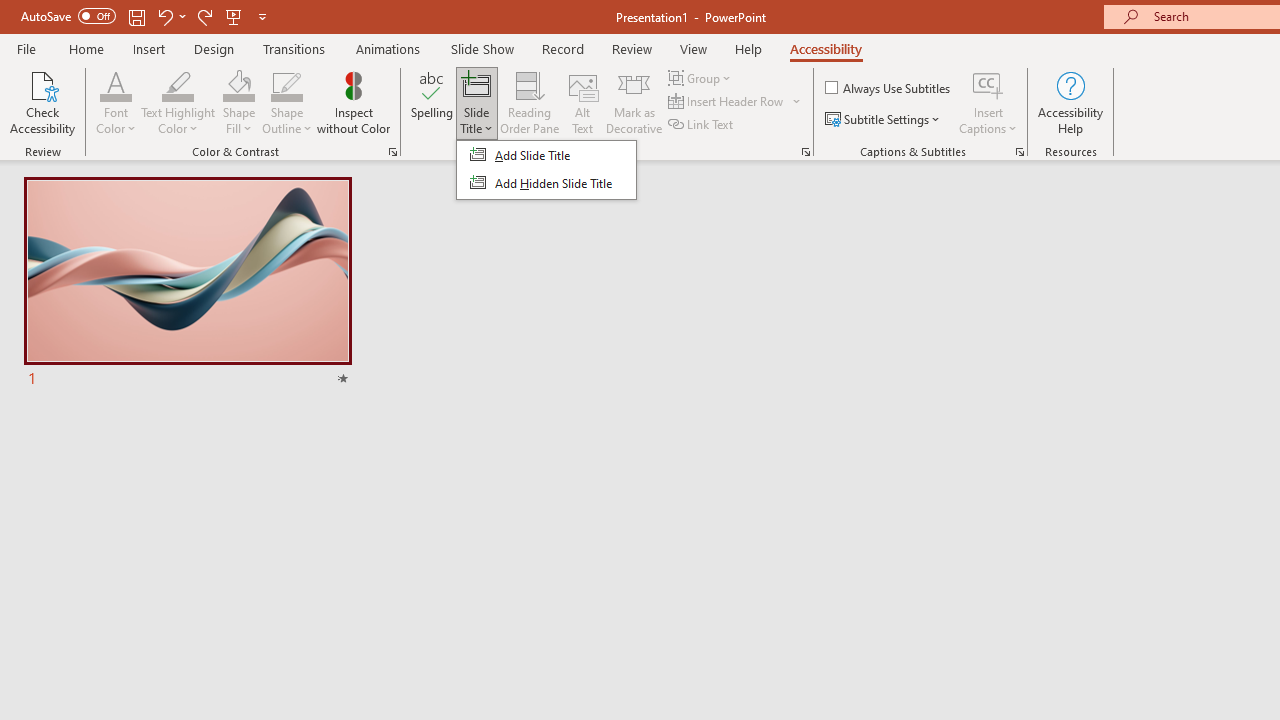  What do you see at coordinates (805, 150) in the screenshot?
I see `'Screen Reader'` at bounding box center [805, 150].